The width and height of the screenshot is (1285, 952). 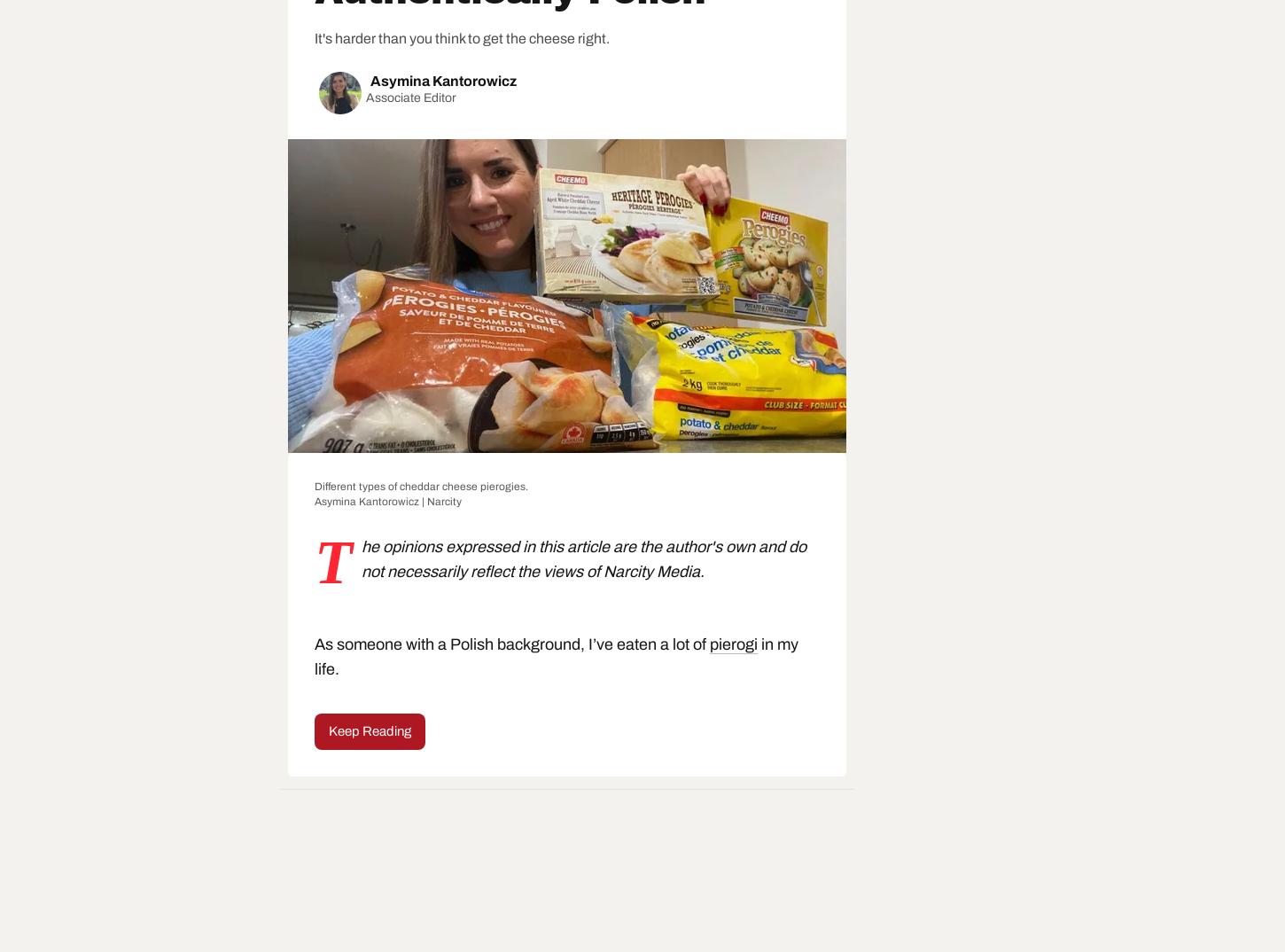 I want to click on 'Keep Reading', so click(x=369, y=730).